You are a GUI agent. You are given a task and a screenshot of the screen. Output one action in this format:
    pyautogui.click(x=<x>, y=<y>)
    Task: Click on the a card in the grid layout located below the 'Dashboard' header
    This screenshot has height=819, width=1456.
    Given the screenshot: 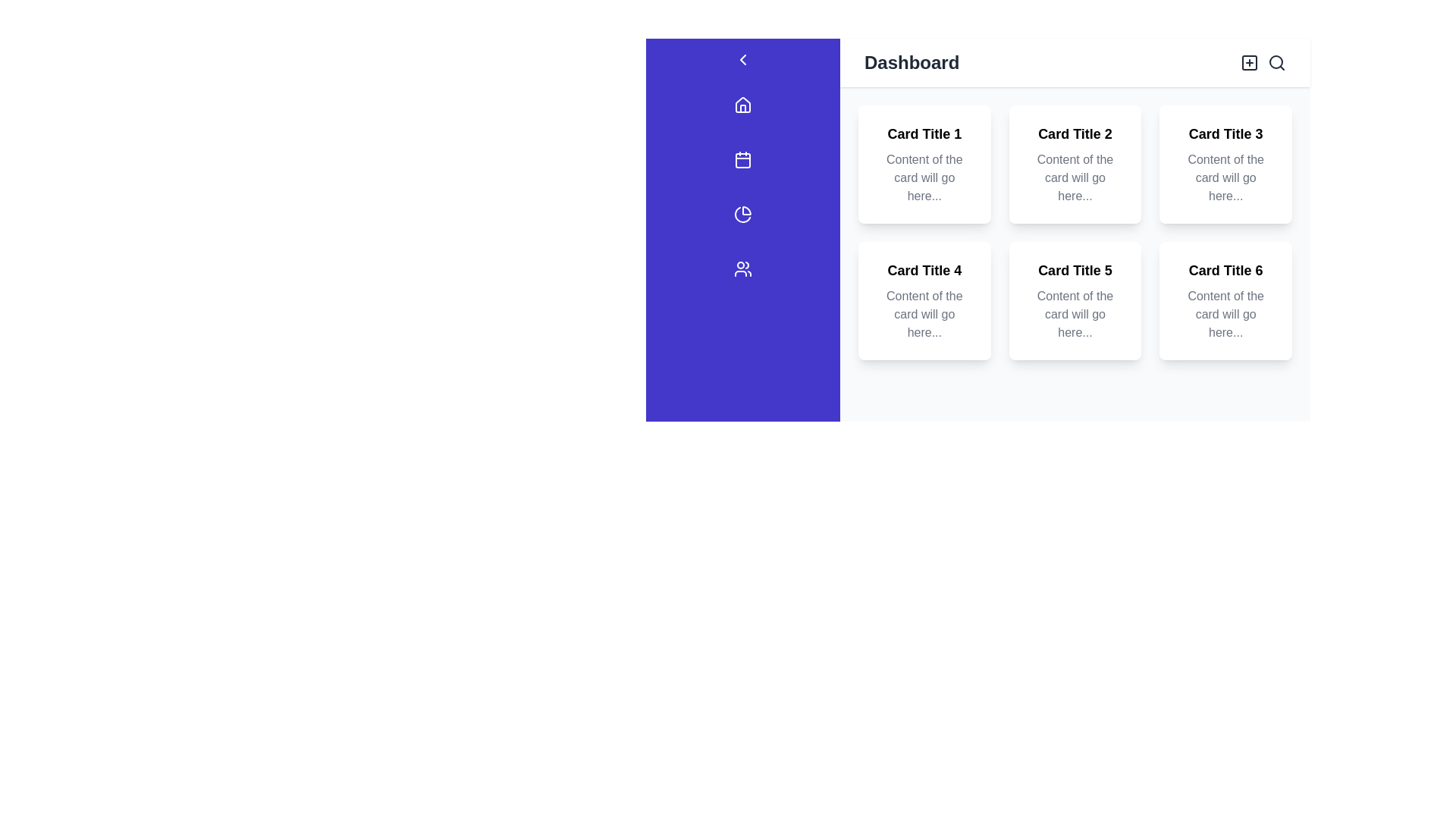 What is the action you would take?
    pyautogui.click(x=1074, y=233)
    